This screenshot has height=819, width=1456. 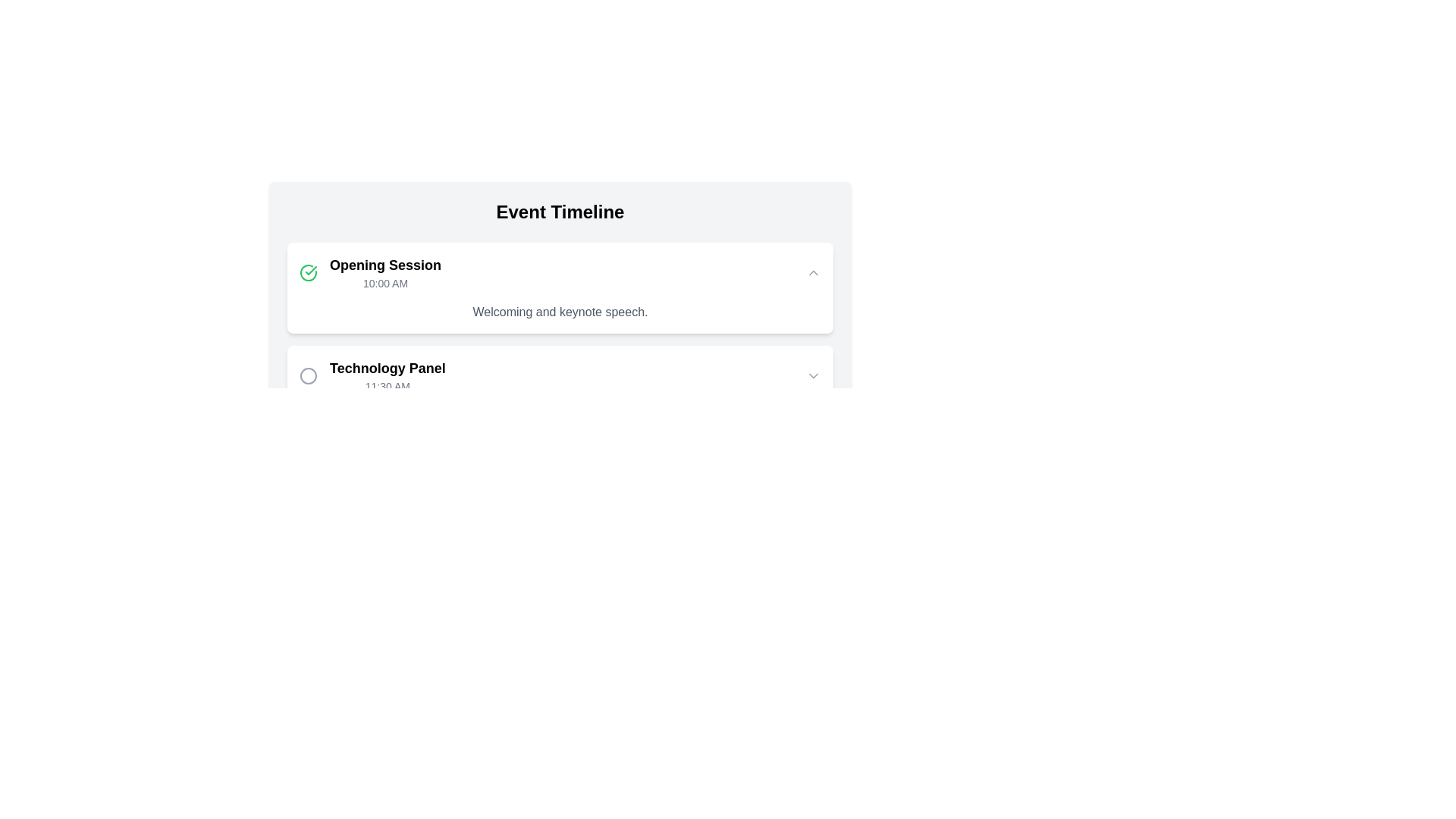 What do you see at coordinates (308, 375) in the screenshot?
I see `the circular icon with a gray border located to the left of the 'Technology Panel' text in the event timeline, which describes a panel at 11:30 AM` at bounding box center [308, 375].